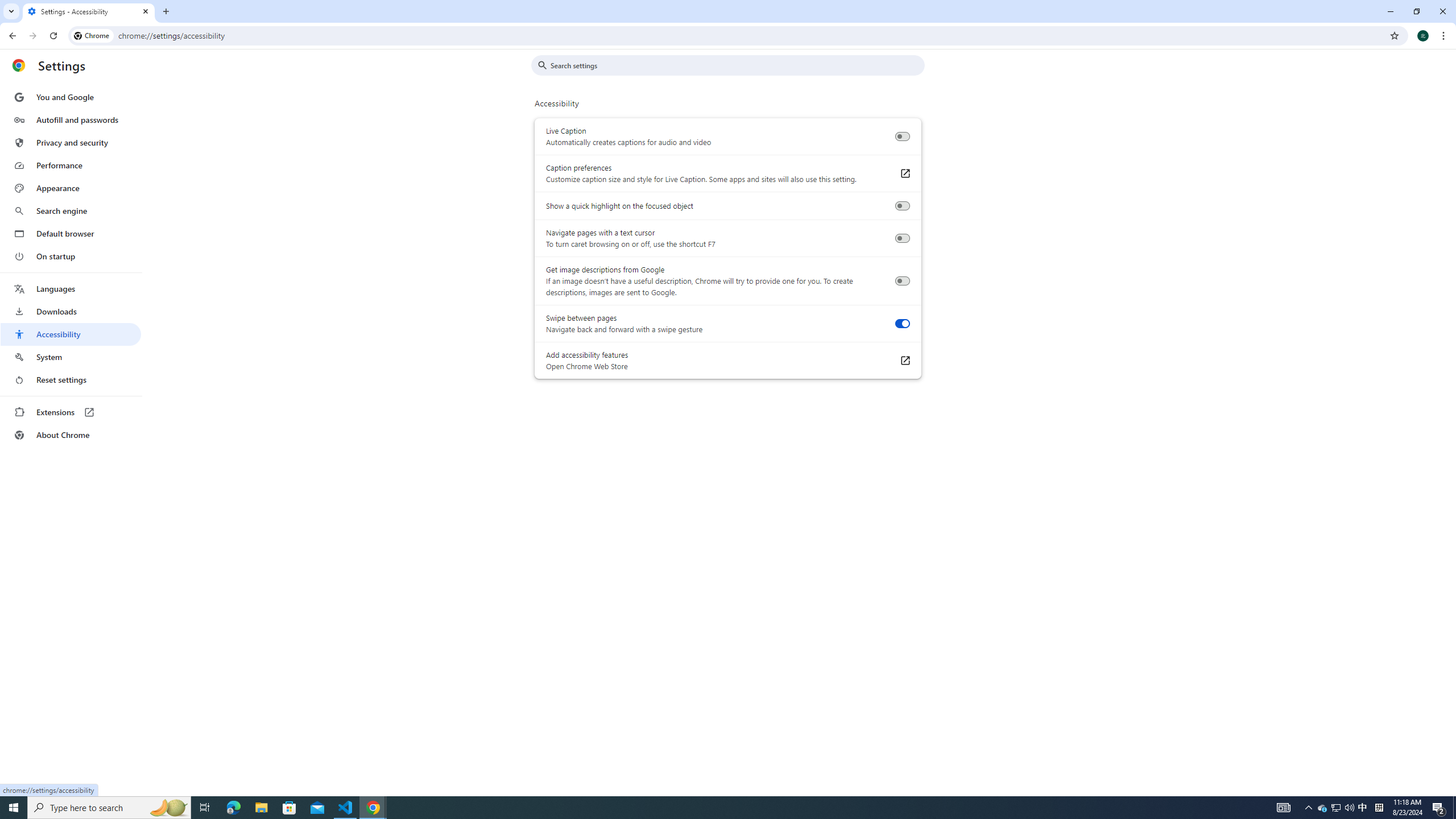 The width and height of the screenshot is (1456, 819). I want to click on 'Search settings', so click(735, 65).